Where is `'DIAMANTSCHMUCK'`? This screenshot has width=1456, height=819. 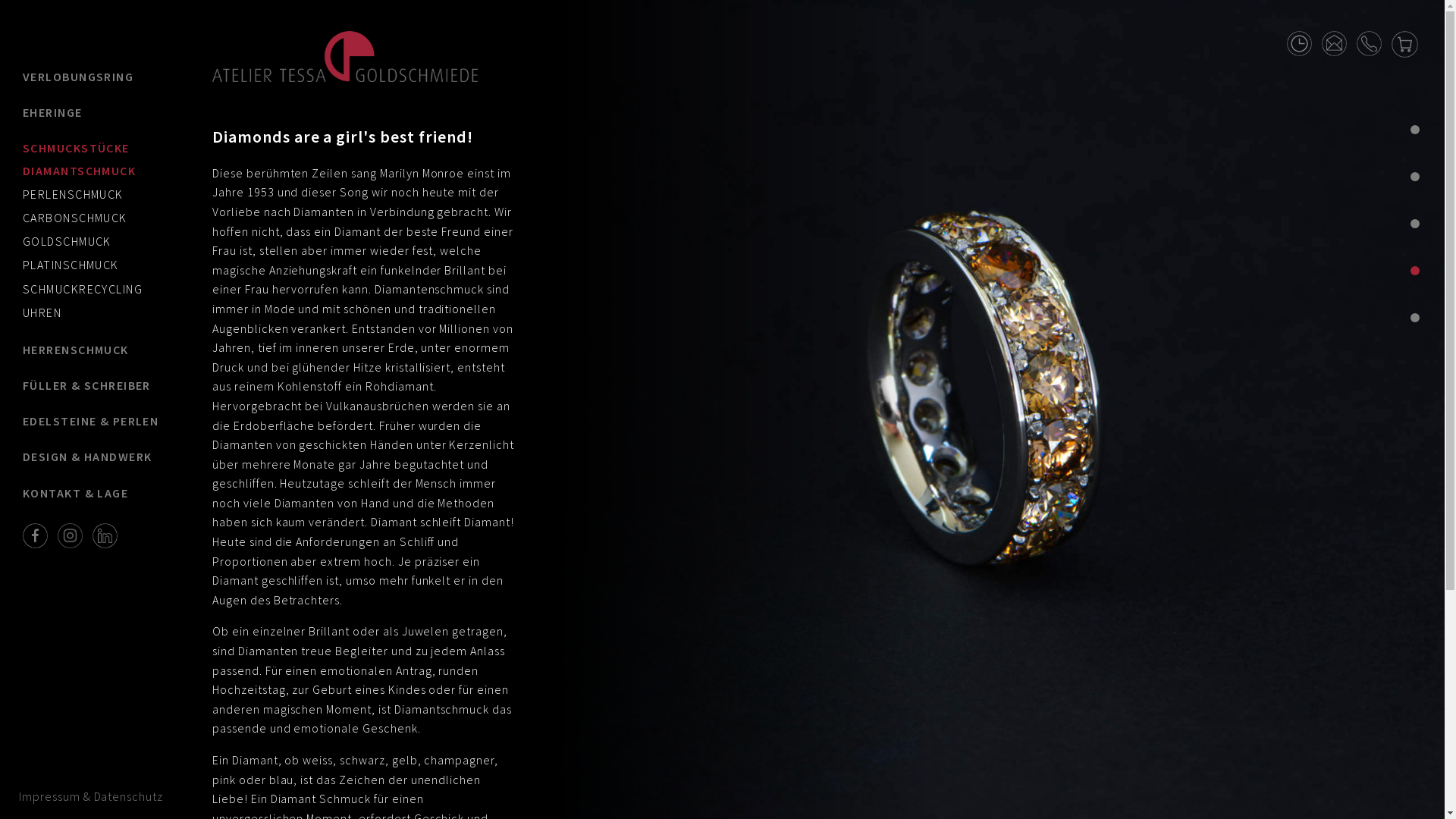
'DIAMANTSCHMUCK' is located at coordinates (78, 170).